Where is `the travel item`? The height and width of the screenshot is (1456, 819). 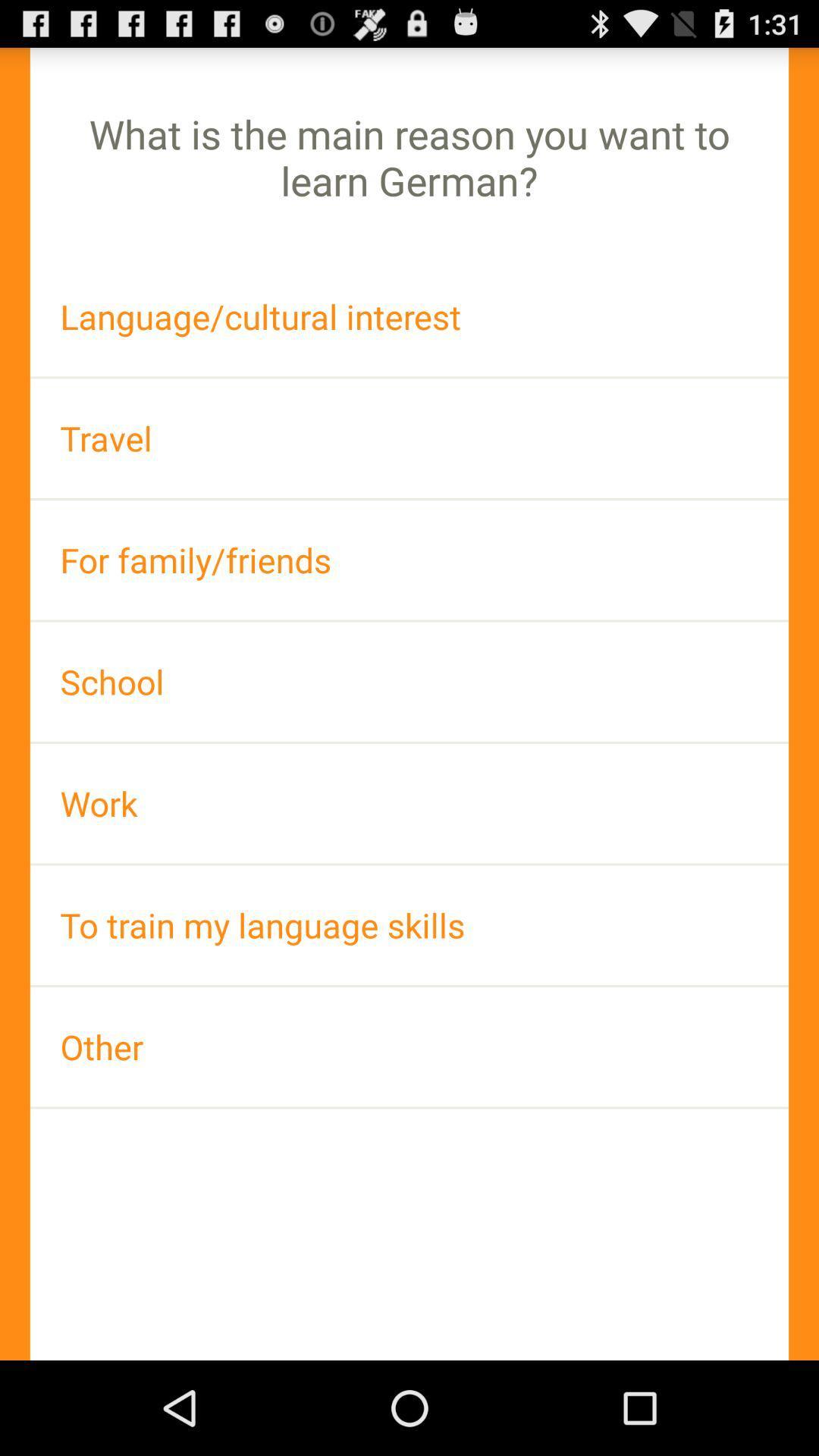 the travel item is located at coordinates (409, 438).